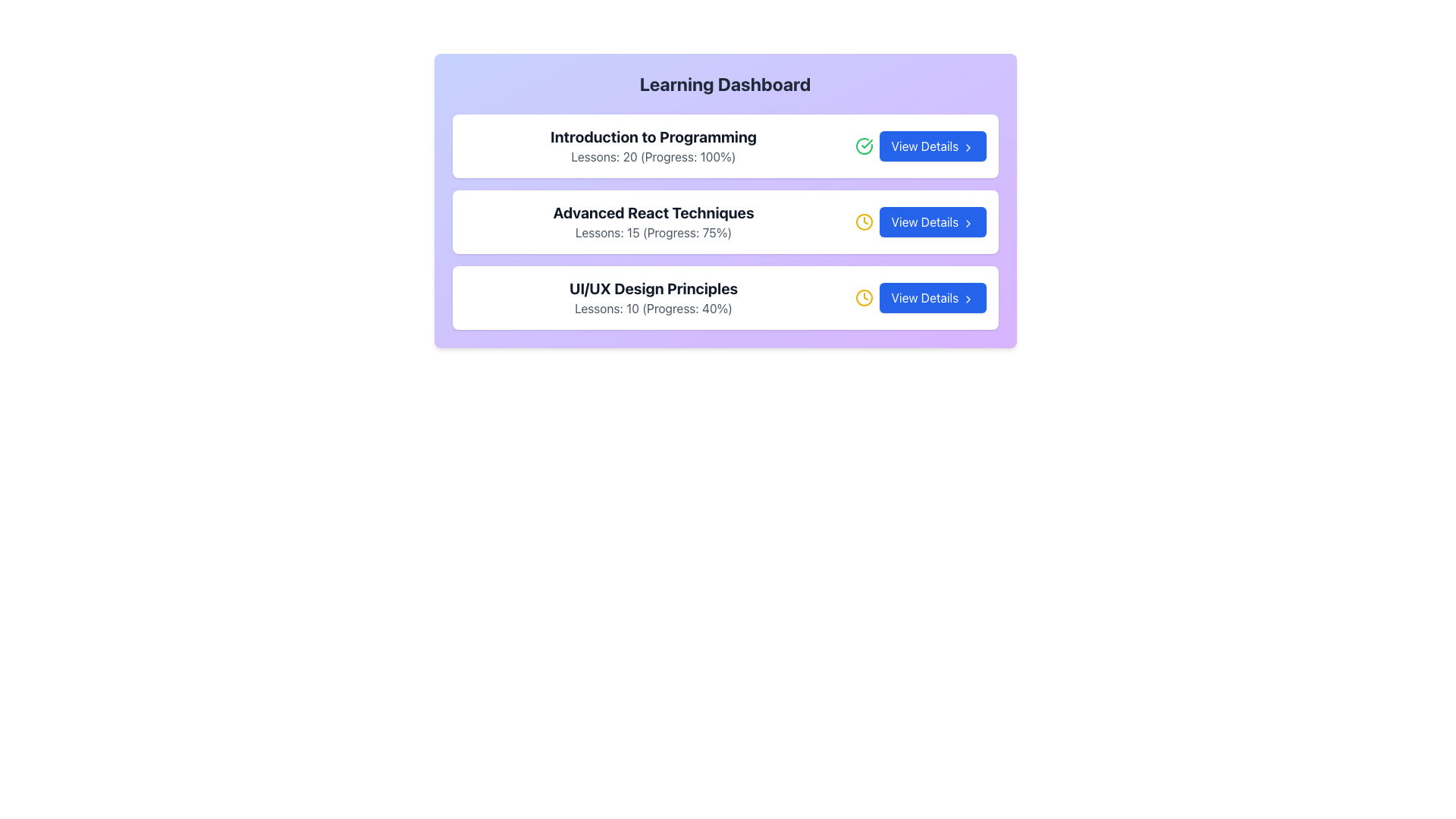  Describe the element at coordinates (864, 222) in the screenshot. I see `the progress indicator icon for the 'Advanced React Techniques' course on the learning dashboard, which signifies partial completion of the course` at that location.